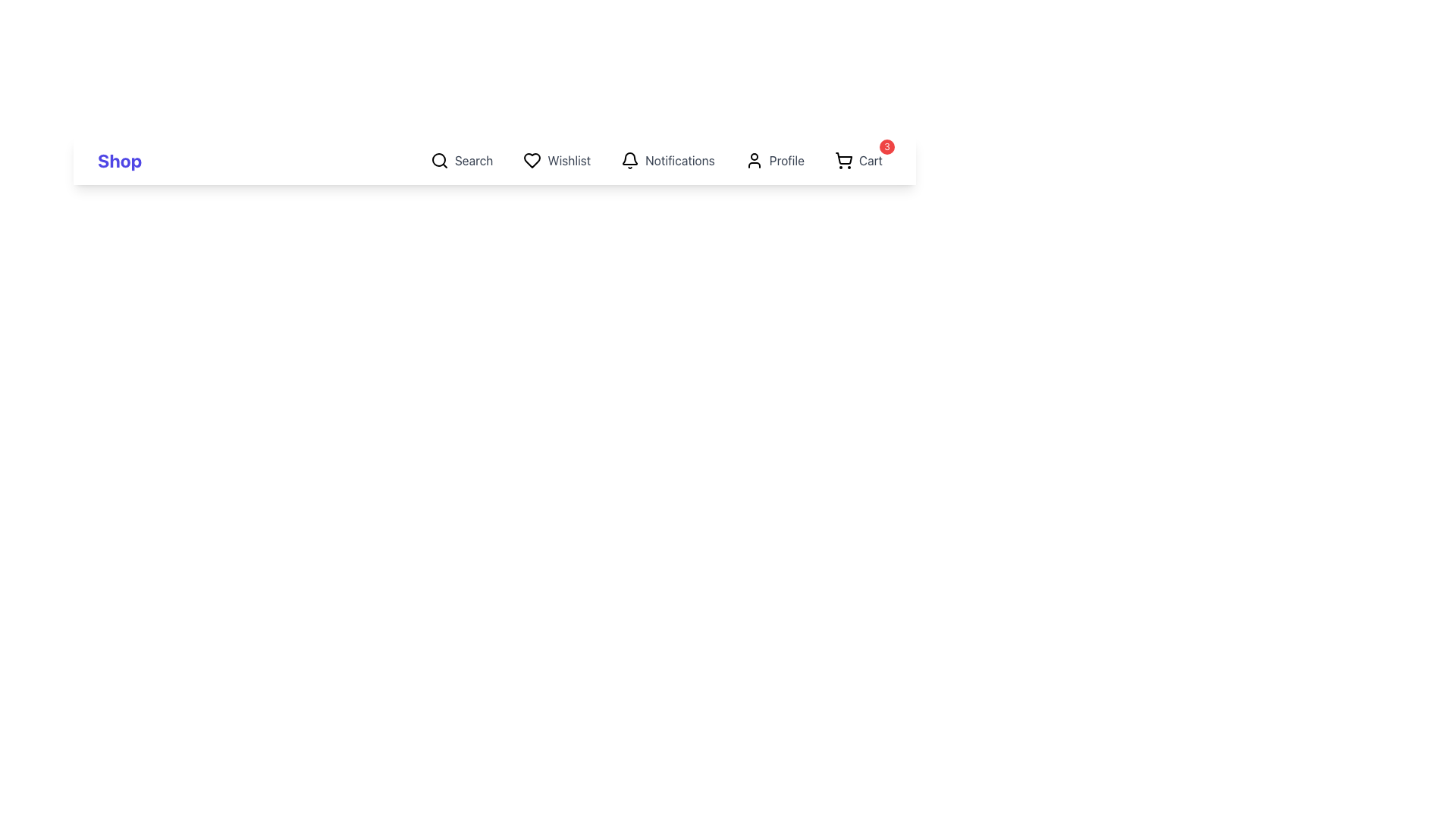  What do you see at coordinates (630, 161) in the screenshot?
I see `the bell icon in the notifications section of the navigation bar` at bounding box center [630, 161].